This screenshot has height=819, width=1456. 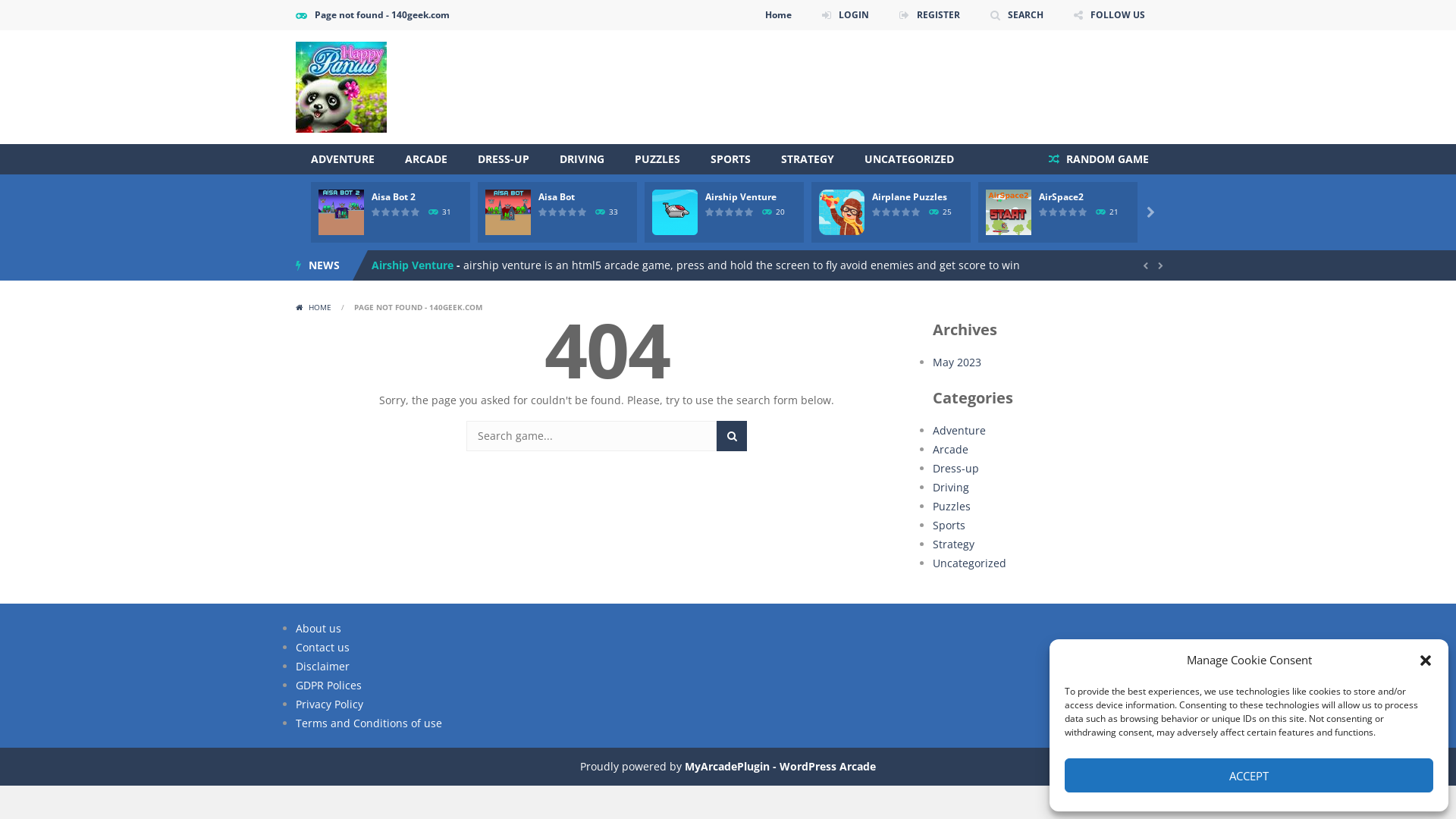 I want to click on '140geek.com', so click(x=340, y=86).